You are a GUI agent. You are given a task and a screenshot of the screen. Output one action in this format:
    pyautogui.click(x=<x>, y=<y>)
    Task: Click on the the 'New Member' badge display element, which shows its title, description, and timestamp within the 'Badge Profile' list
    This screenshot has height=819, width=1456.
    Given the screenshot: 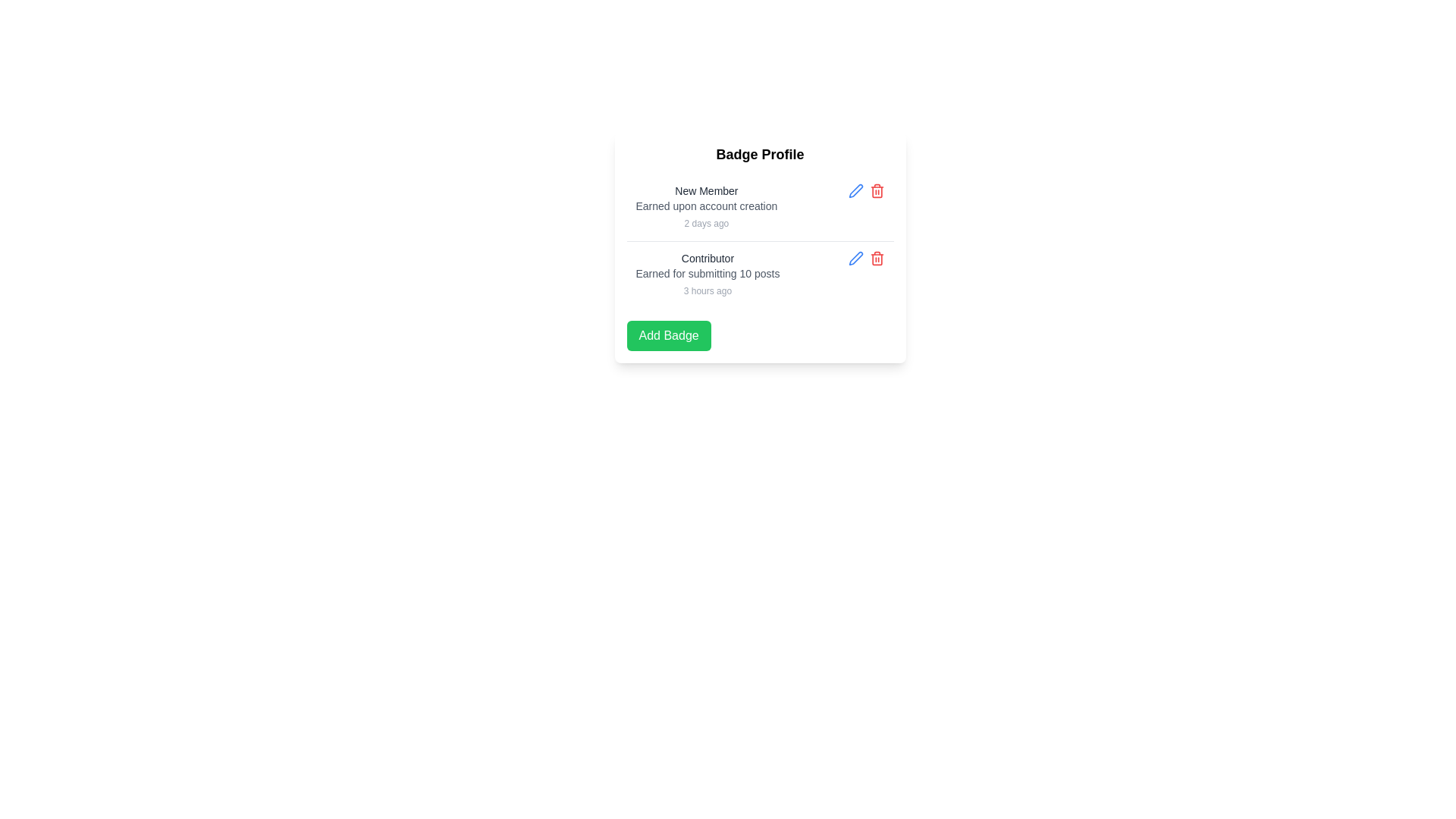 What is the action you would take?
    pyautogui.click(x=705, y=207)
    